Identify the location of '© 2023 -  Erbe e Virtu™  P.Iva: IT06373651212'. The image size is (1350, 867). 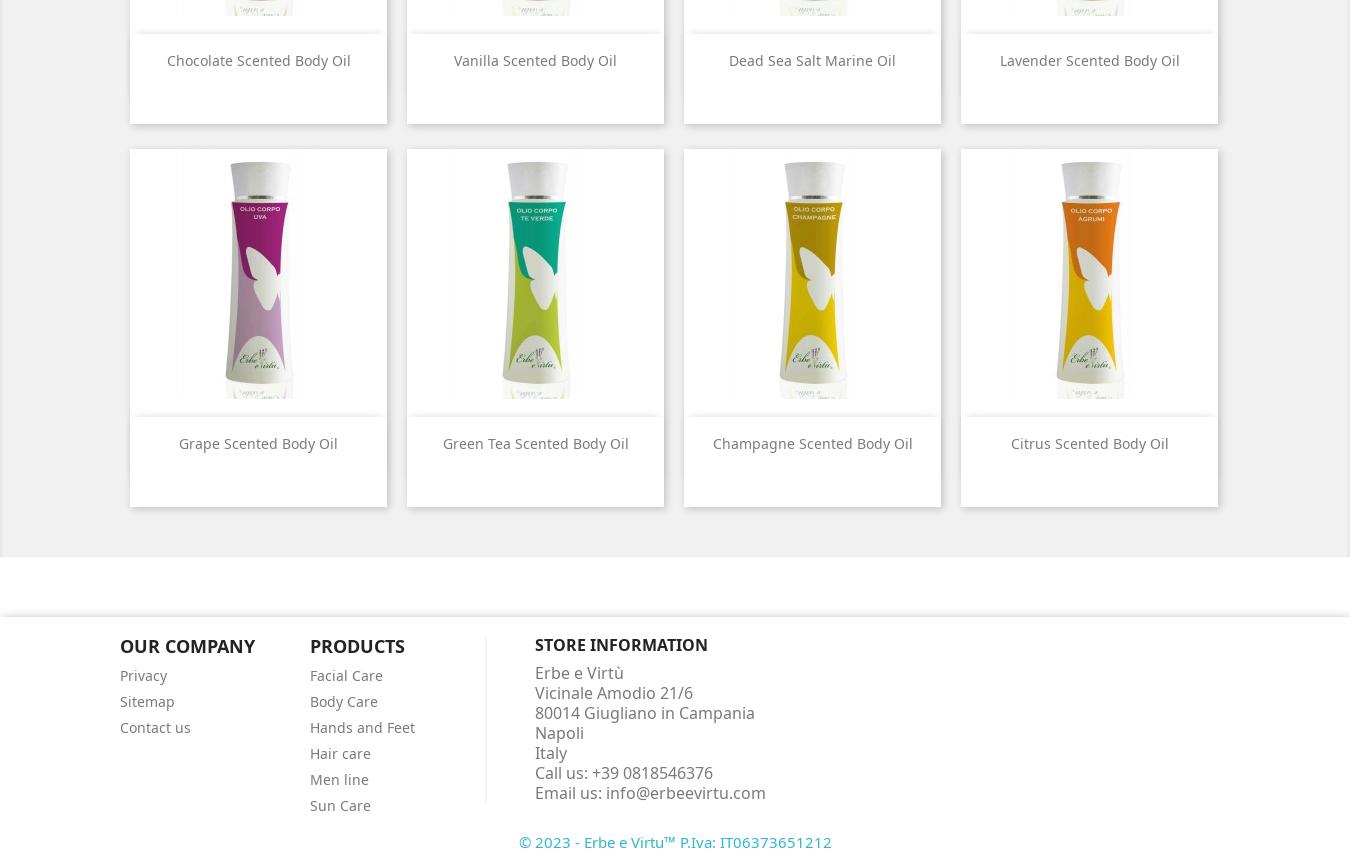
(674, 839).